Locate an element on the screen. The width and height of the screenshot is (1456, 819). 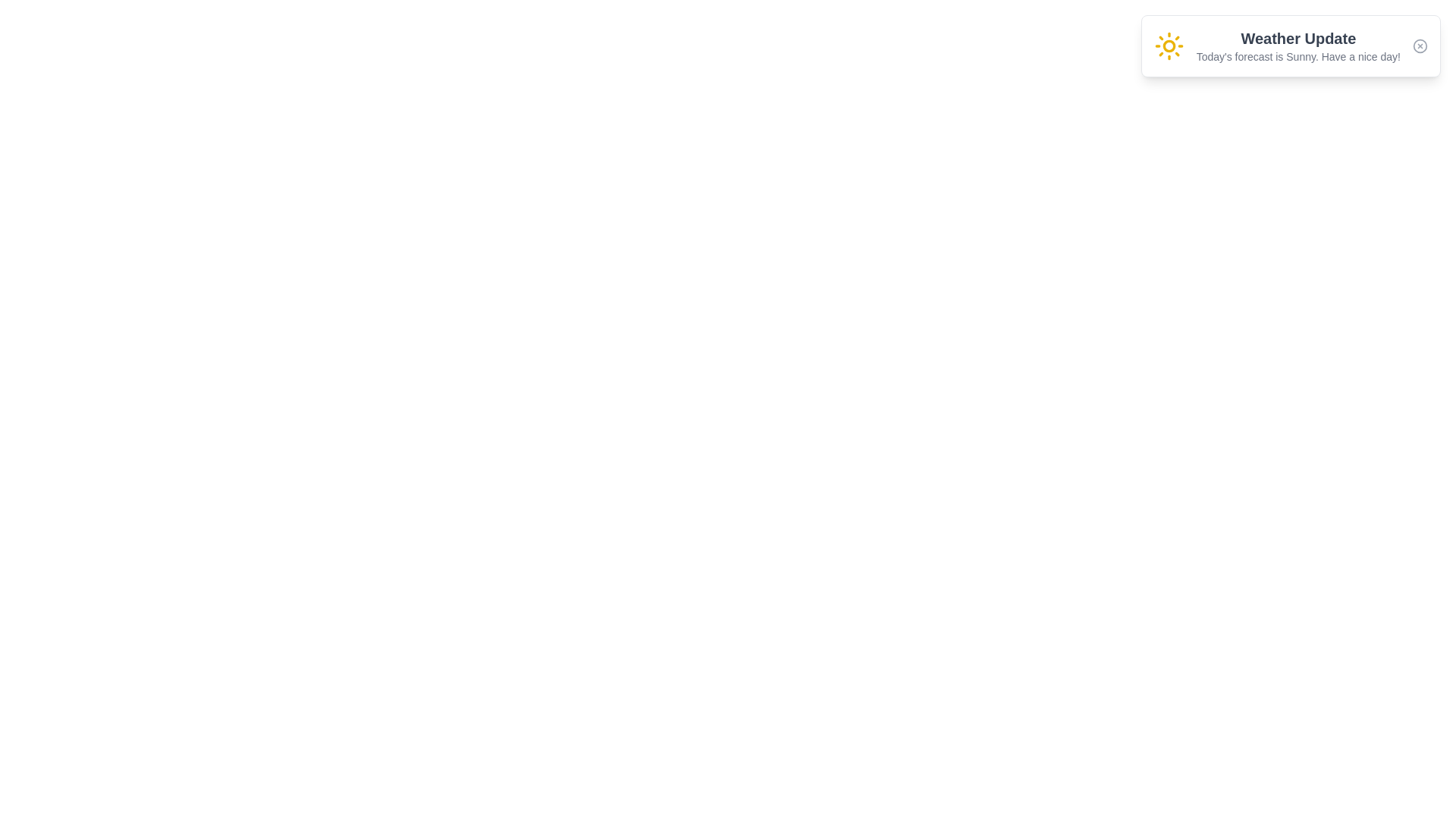
the central circular component of the close (dismiss) button in the weather update notification panel, which is represented as a vector graphic circle is located at coordinates (1419, 45).